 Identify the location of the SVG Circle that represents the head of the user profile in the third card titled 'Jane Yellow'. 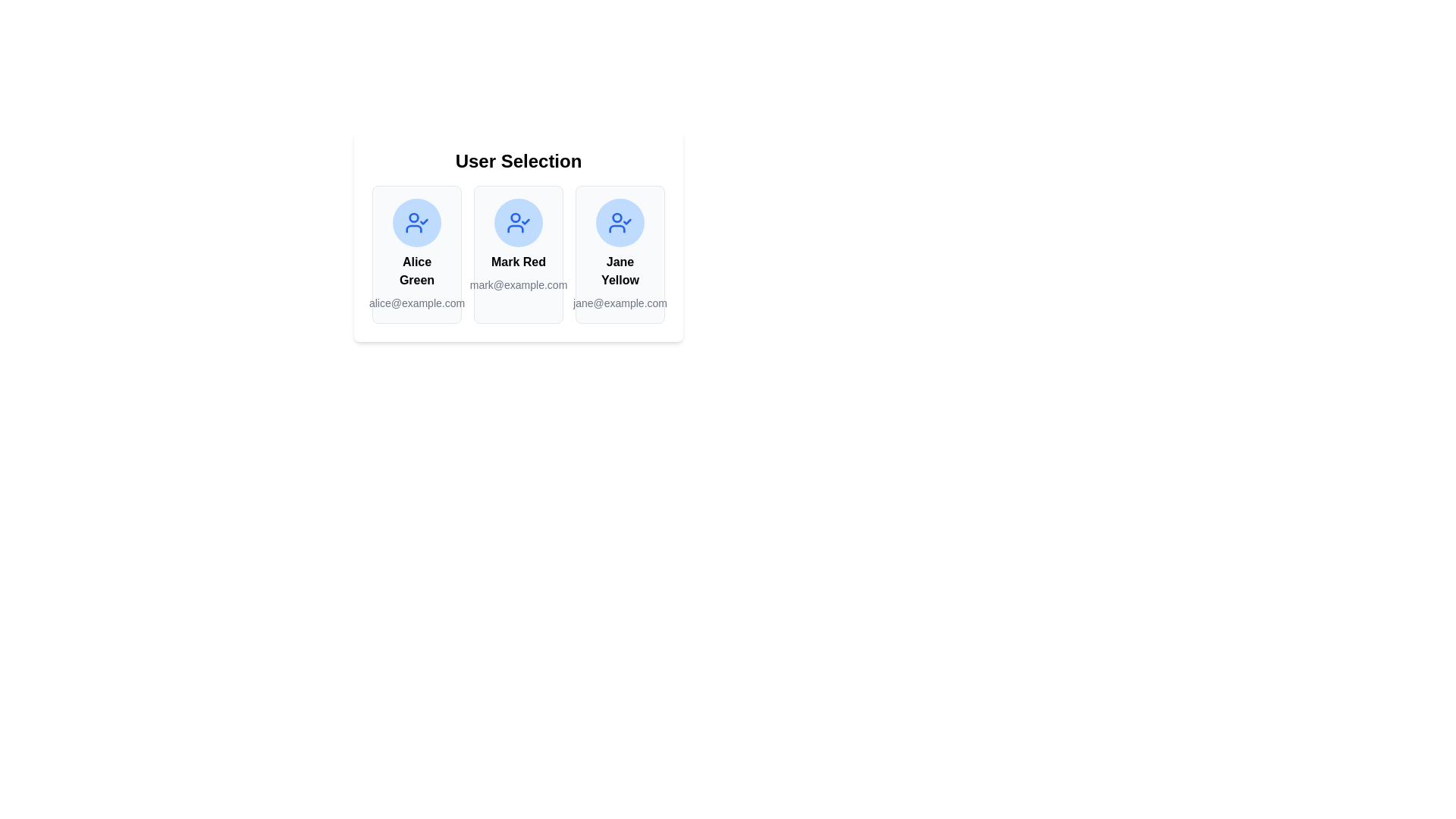
(617, 217).